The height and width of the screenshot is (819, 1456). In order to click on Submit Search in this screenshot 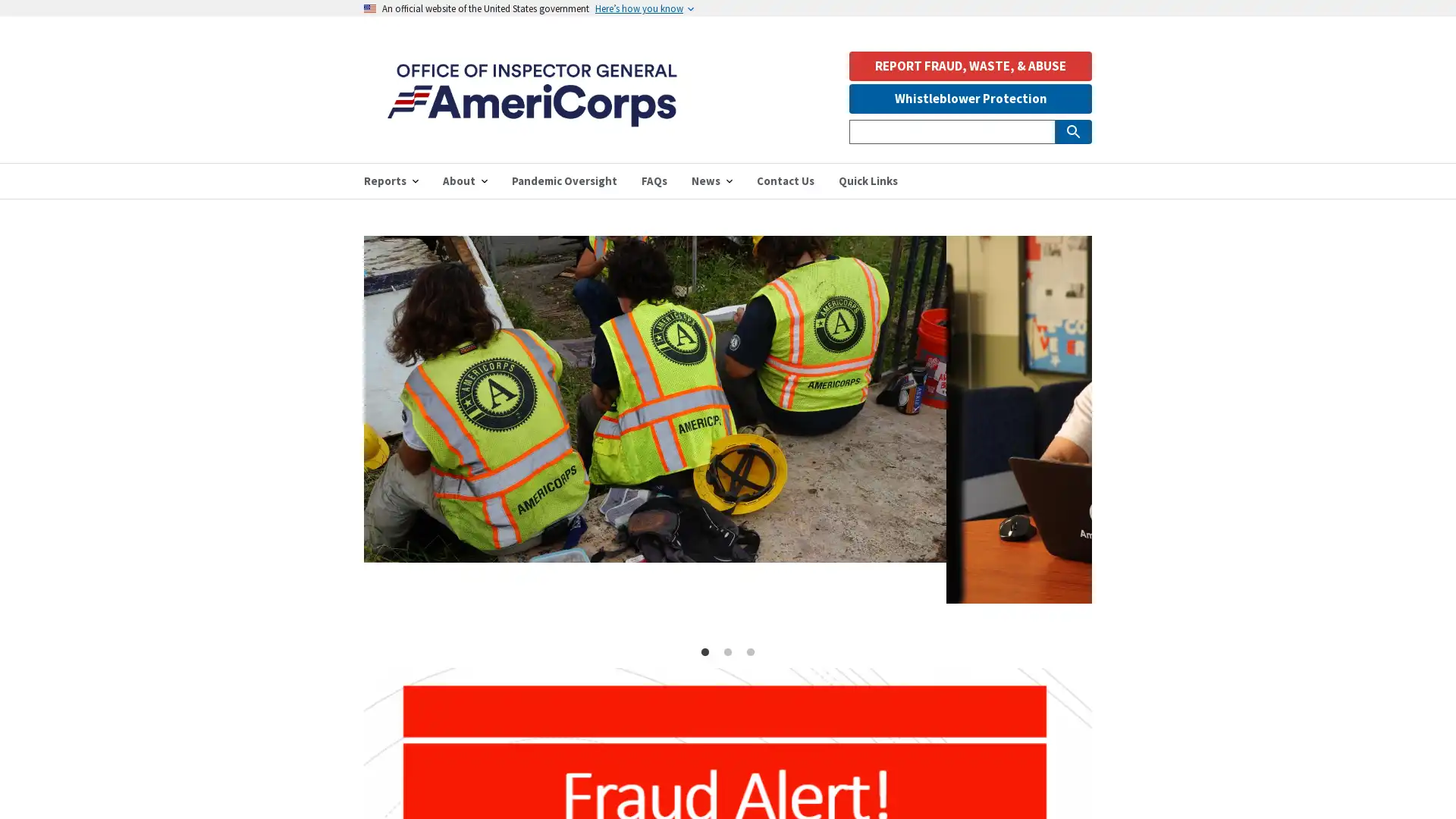, I will do `click(1073, 130)`.